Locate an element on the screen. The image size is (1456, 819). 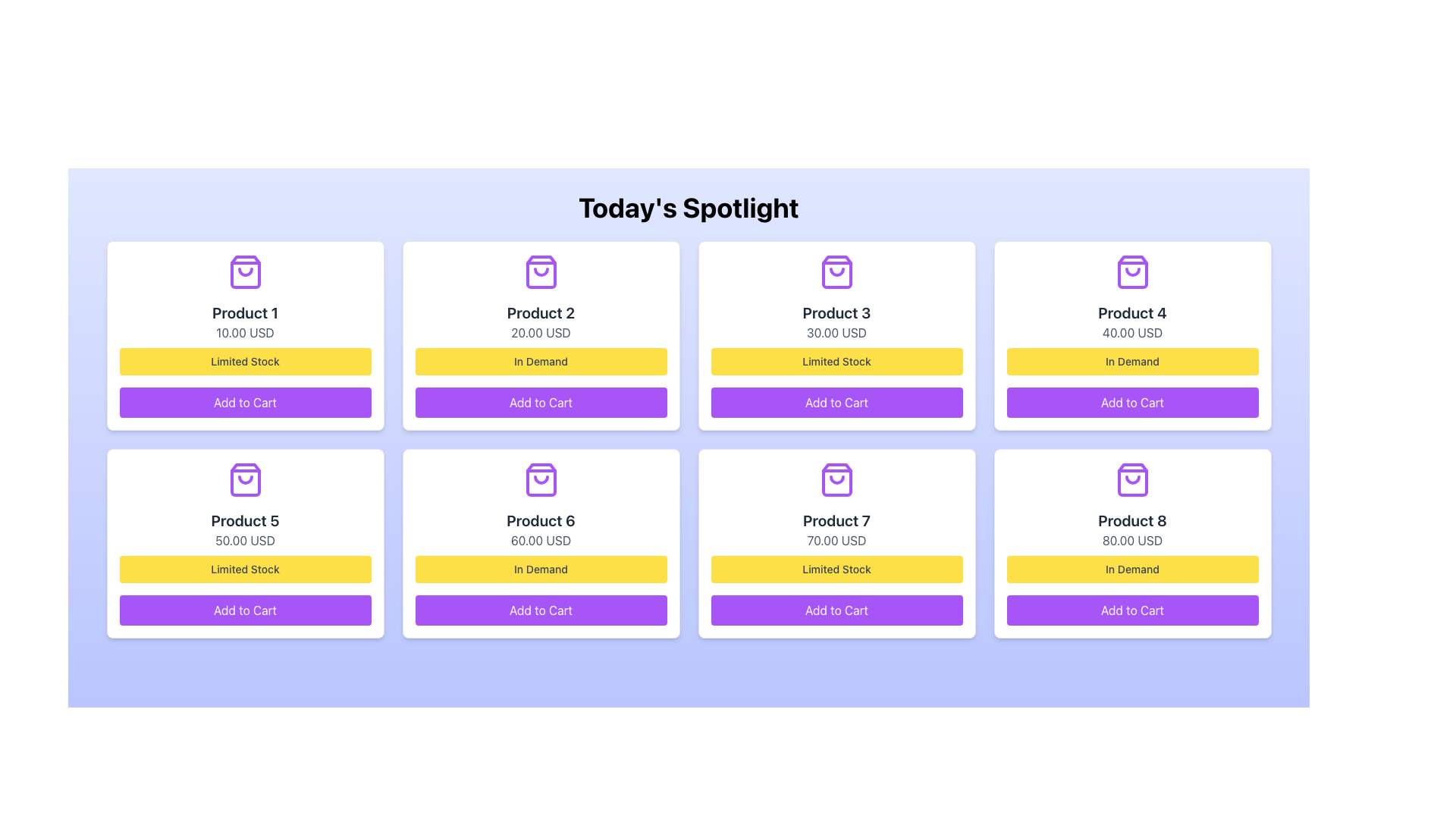
the 'Add to Cart' button located at the bottom of the second product card in the grid layout is located at coordinates (541, 402).